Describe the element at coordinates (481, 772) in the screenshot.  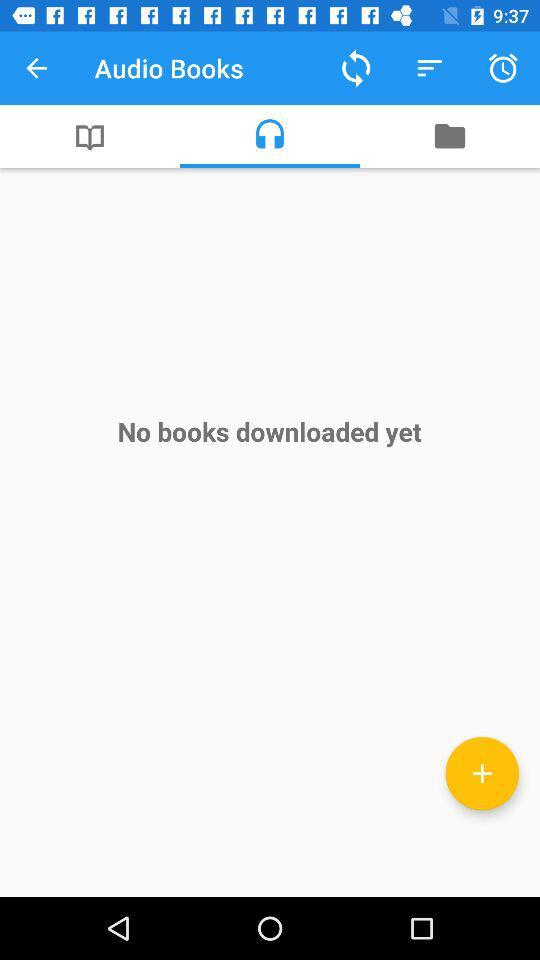
I see `the add icon` at that location.